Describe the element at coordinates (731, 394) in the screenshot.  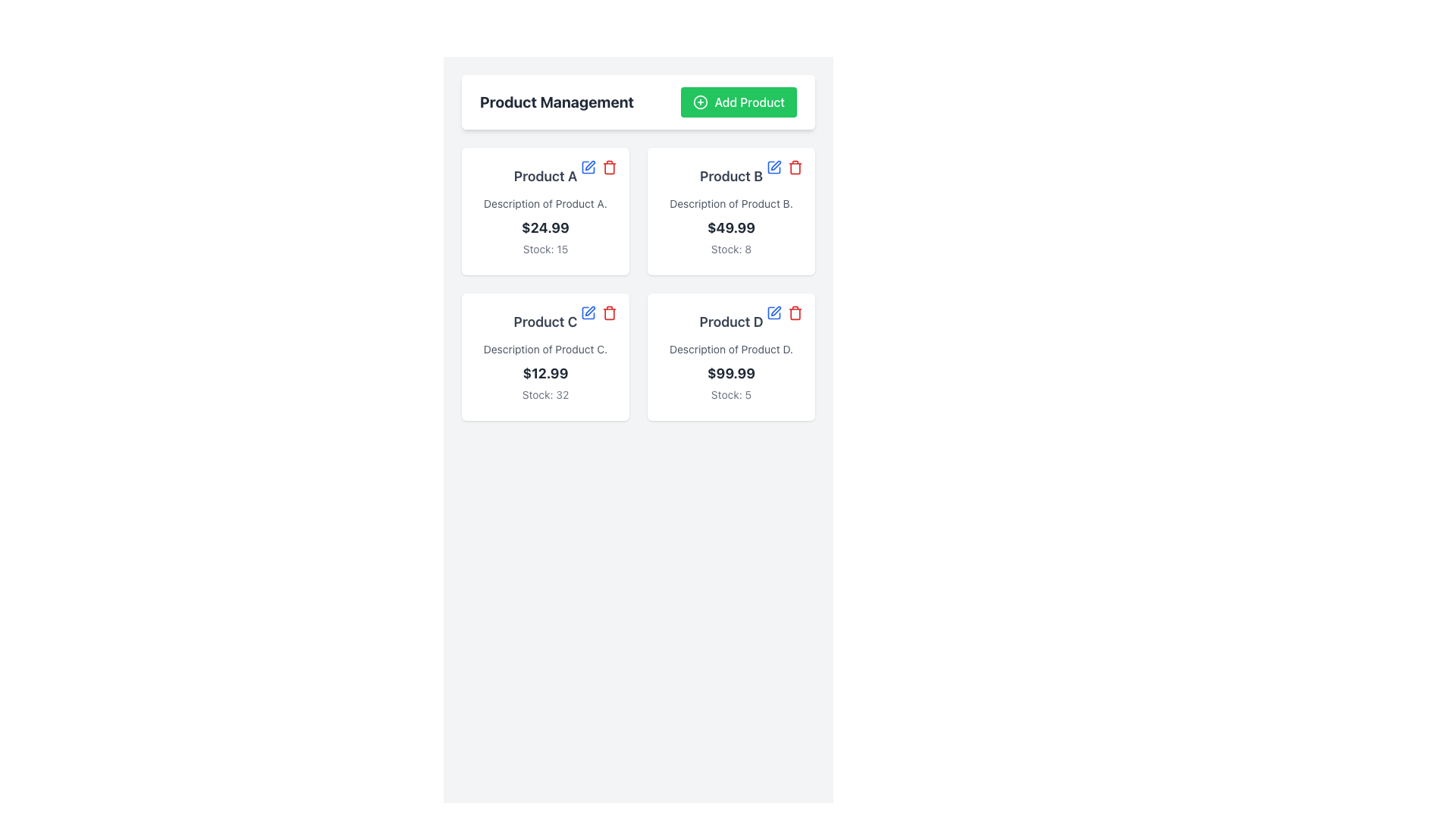
I see `the text displaying 'Stock: 5' which is located below the price '$99.99' in the fourth product card titled 'Product D'` at that location.